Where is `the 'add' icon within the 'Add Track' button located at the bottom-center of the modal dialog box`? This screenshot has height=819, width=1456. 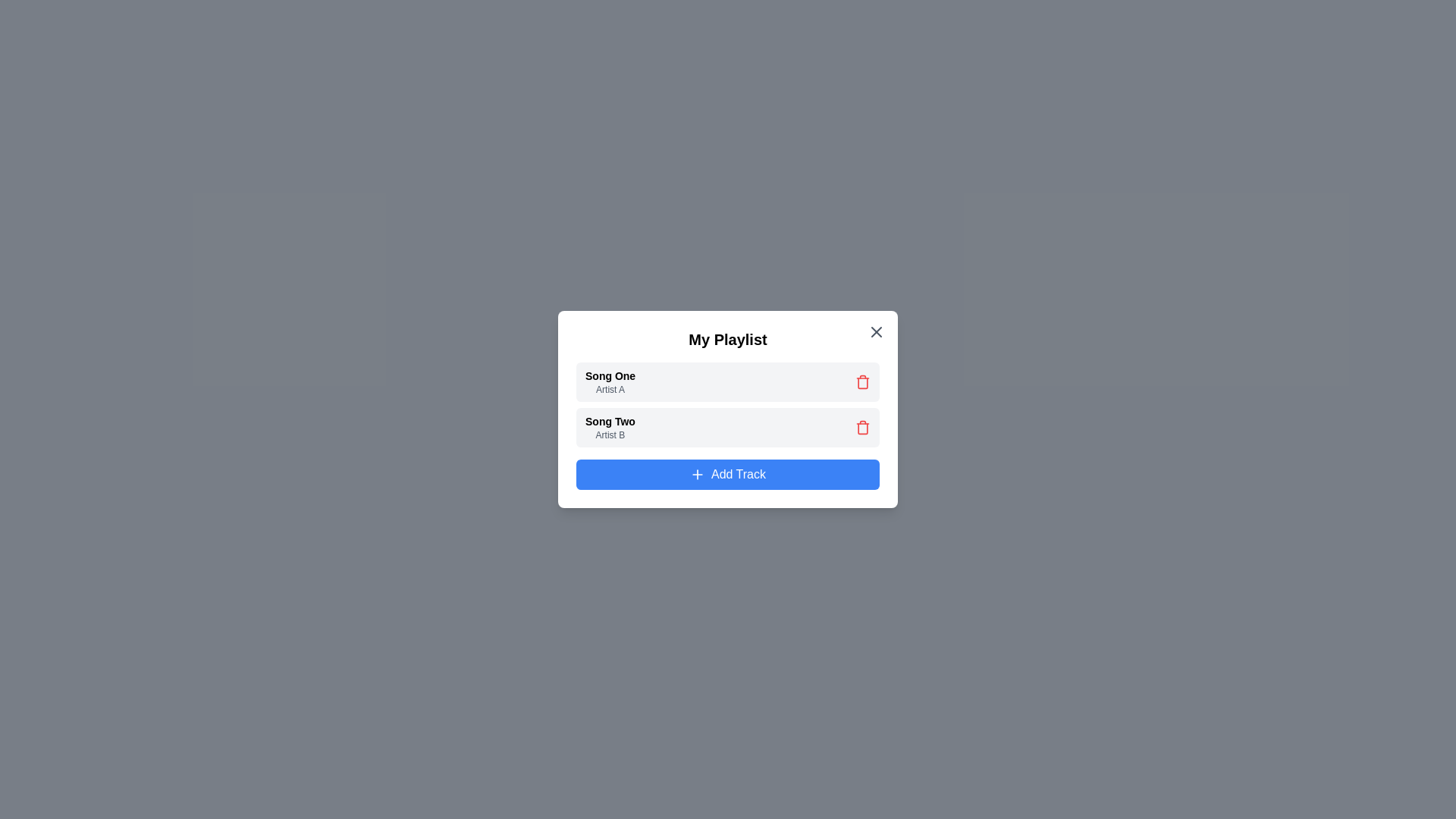 the 'add' icon within the 'Add Track' button located at the bottom-center of the modal dialog box is located at coordinates (697, 473).